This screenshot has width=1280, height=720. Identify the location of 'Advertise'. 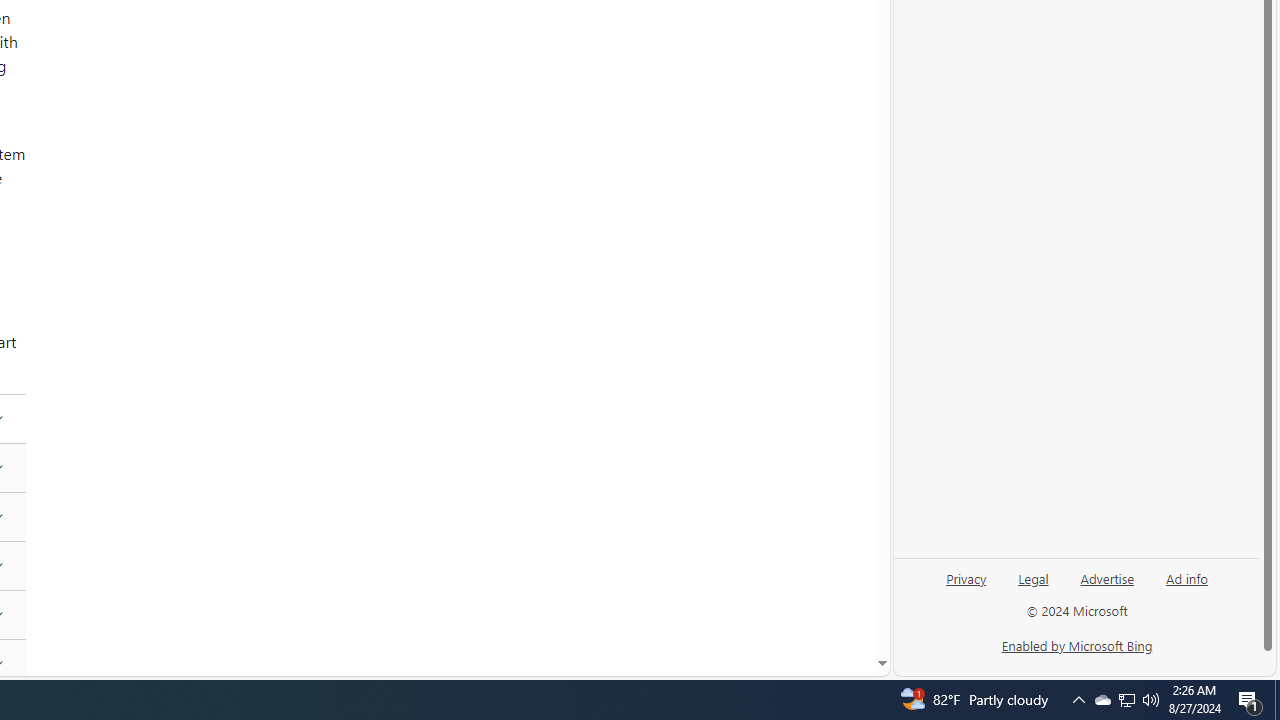
(1106, 585).